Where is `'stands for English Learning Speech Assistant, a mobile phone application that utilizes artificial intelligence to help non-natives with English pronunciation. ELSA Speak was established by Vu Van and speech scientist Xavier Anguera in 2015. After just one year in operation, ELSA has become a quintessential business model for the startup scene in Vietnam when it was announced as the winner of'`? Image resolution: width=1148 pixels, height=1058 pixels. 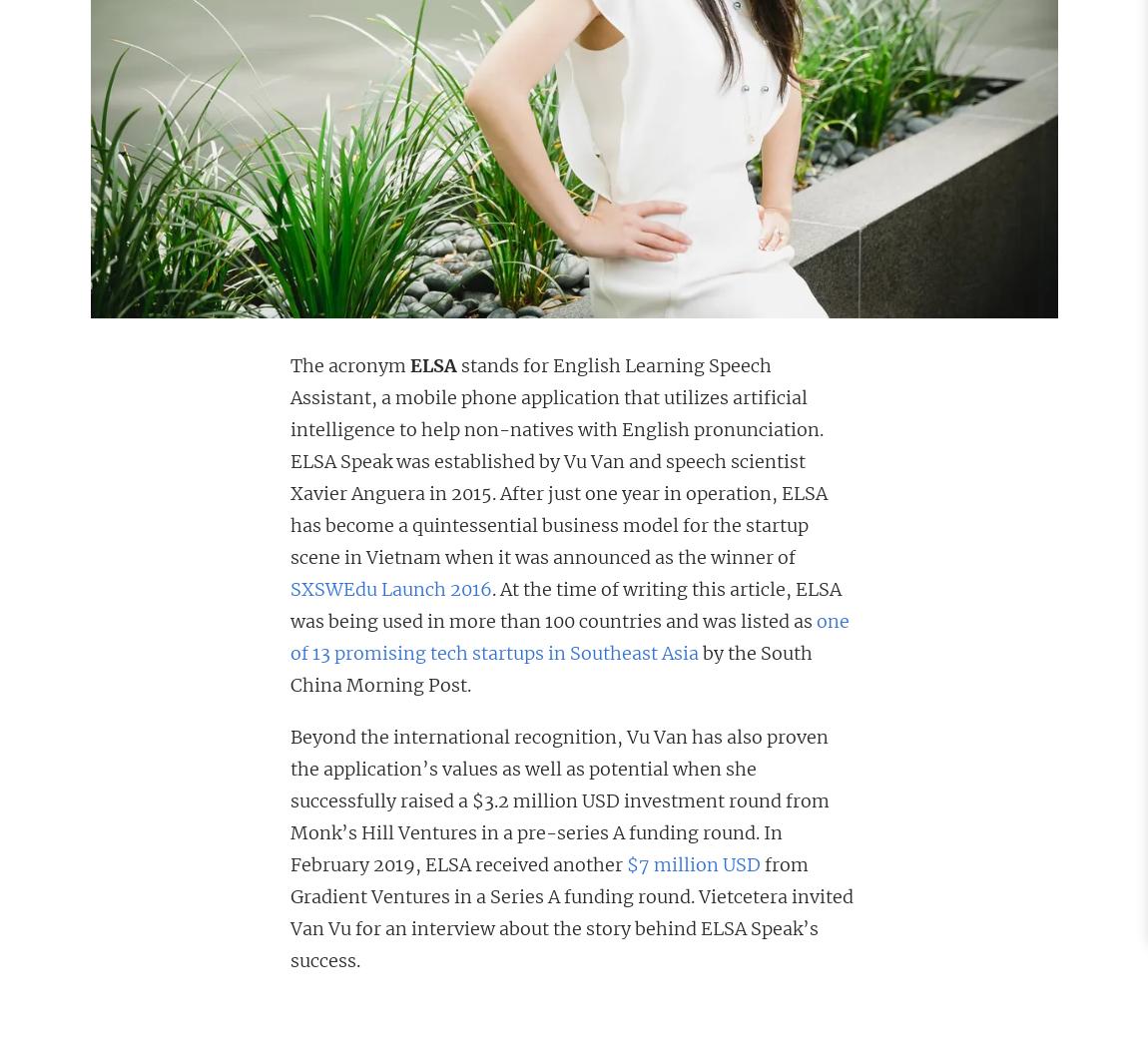
'stands for English Learning Speech Assistant, a mobile phone application that utilizes artificial intelligence to help non-natives with English pronunciation. ELSA Speak was established by Vu Van and speech scientist Xavier Anguera in 2015. After just one year in operation, ELSA has become a quintessential business model for the startup scene in Vietnam when it was announced as the winner of' is located at coordinates (559, 460).